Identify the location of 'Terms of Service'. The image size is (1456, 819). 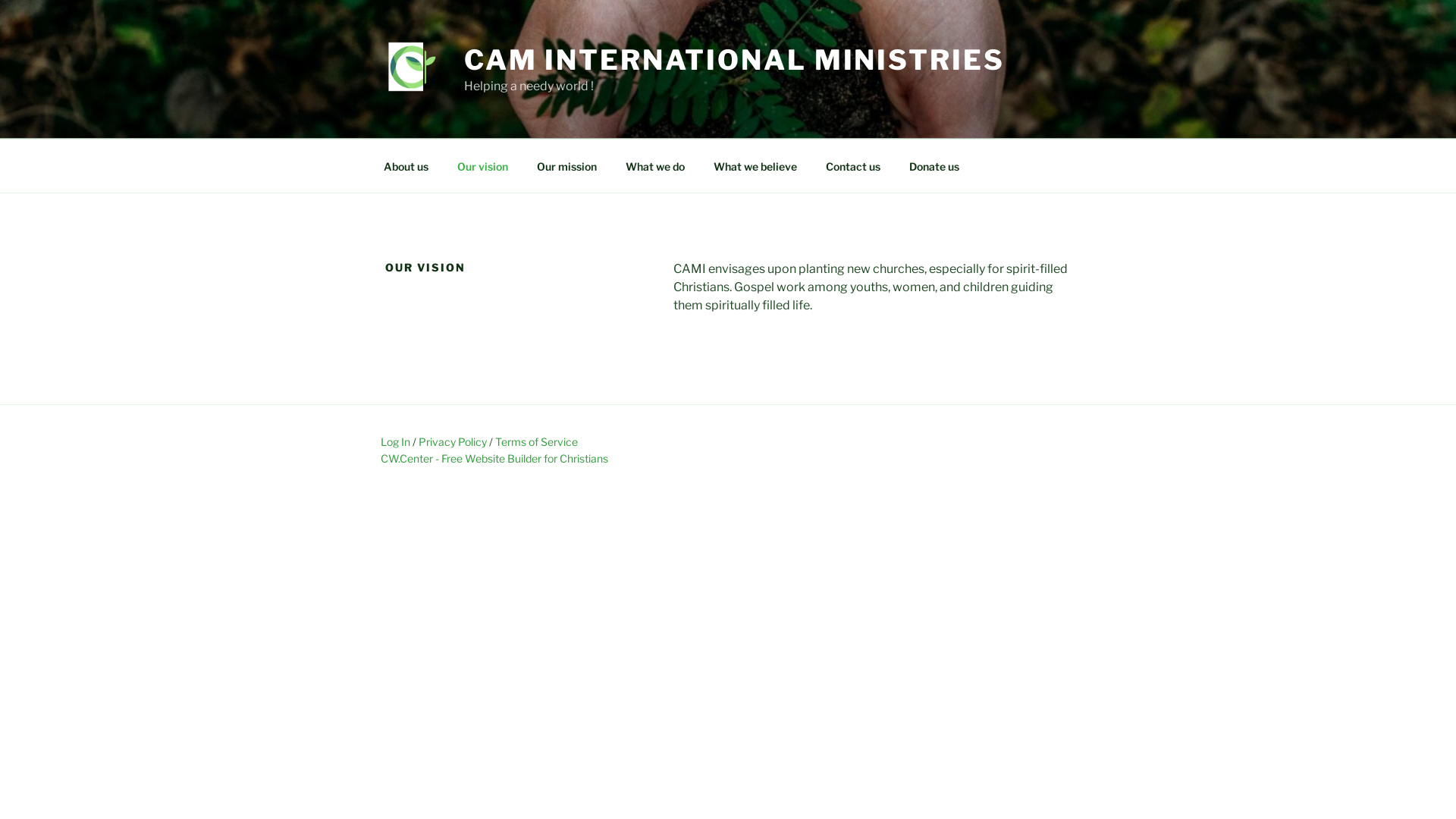
(536, 441).